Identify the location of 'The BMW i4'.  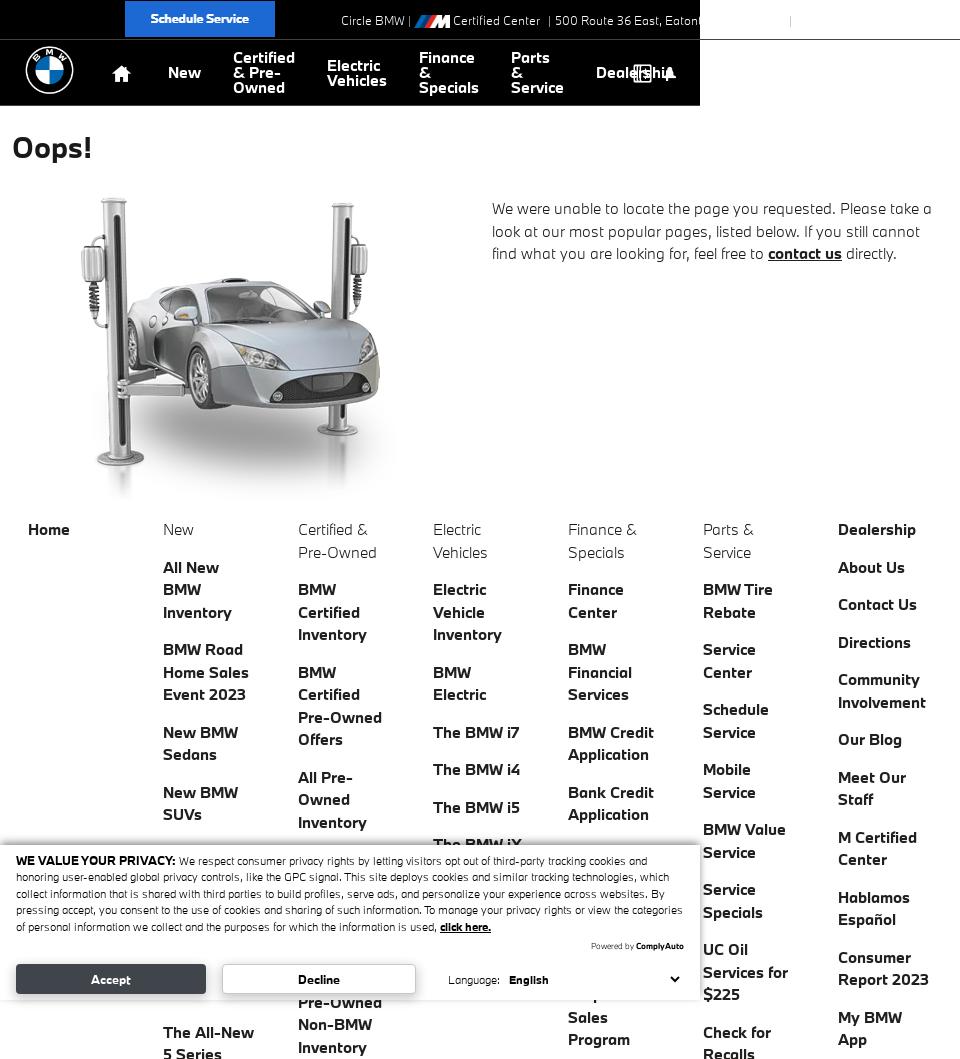
(476, 768).